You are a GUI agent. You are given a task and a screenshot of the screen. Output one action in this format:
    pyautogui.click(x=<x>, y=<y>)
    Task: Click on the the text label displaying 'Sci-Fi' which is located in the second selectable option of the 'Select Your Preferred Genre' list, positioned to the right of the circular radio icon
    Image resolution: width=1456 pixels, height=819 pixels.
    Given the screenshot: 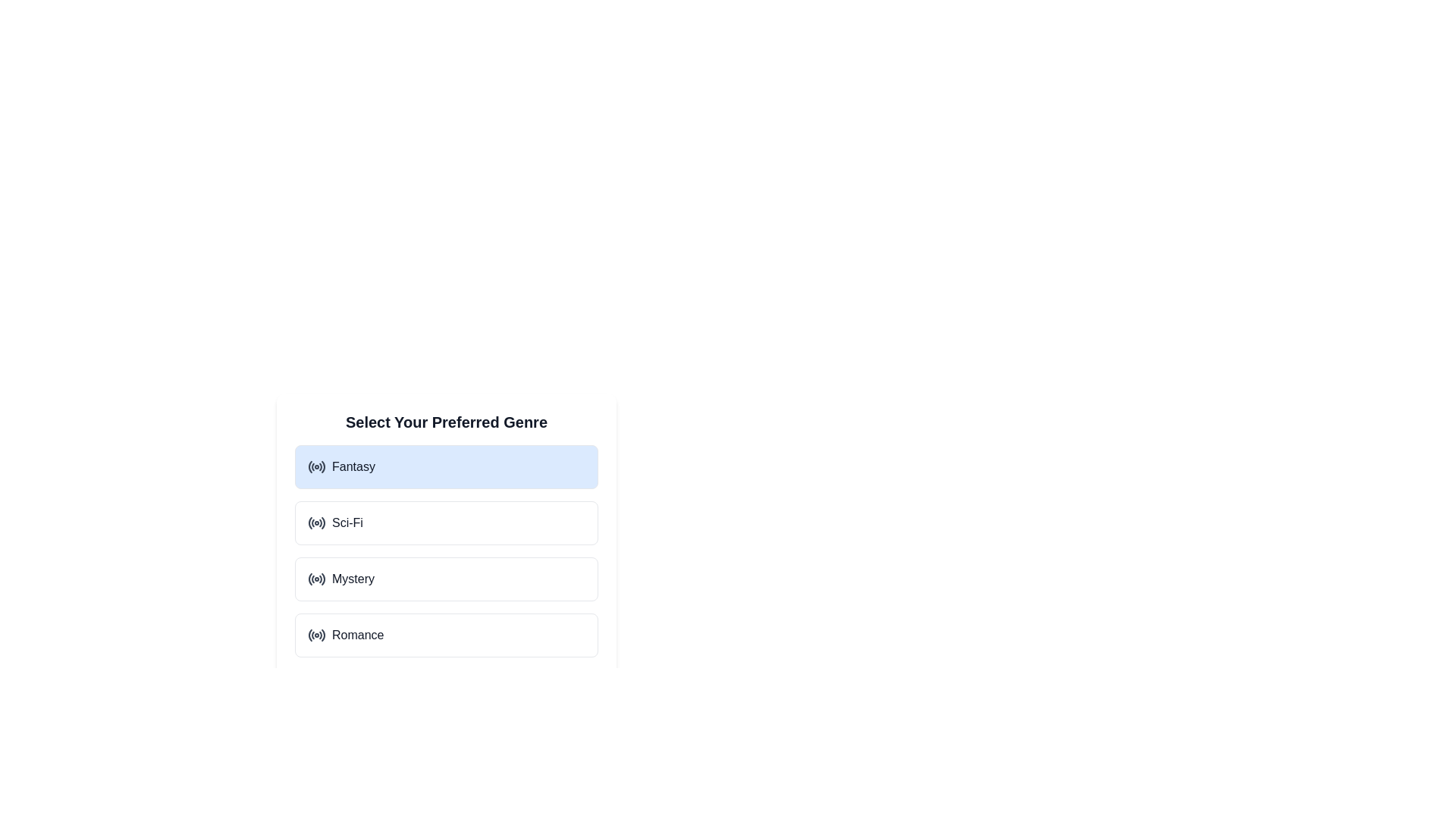 What is the action you would take?
    pyautogui.click(x=347, y=522)
    